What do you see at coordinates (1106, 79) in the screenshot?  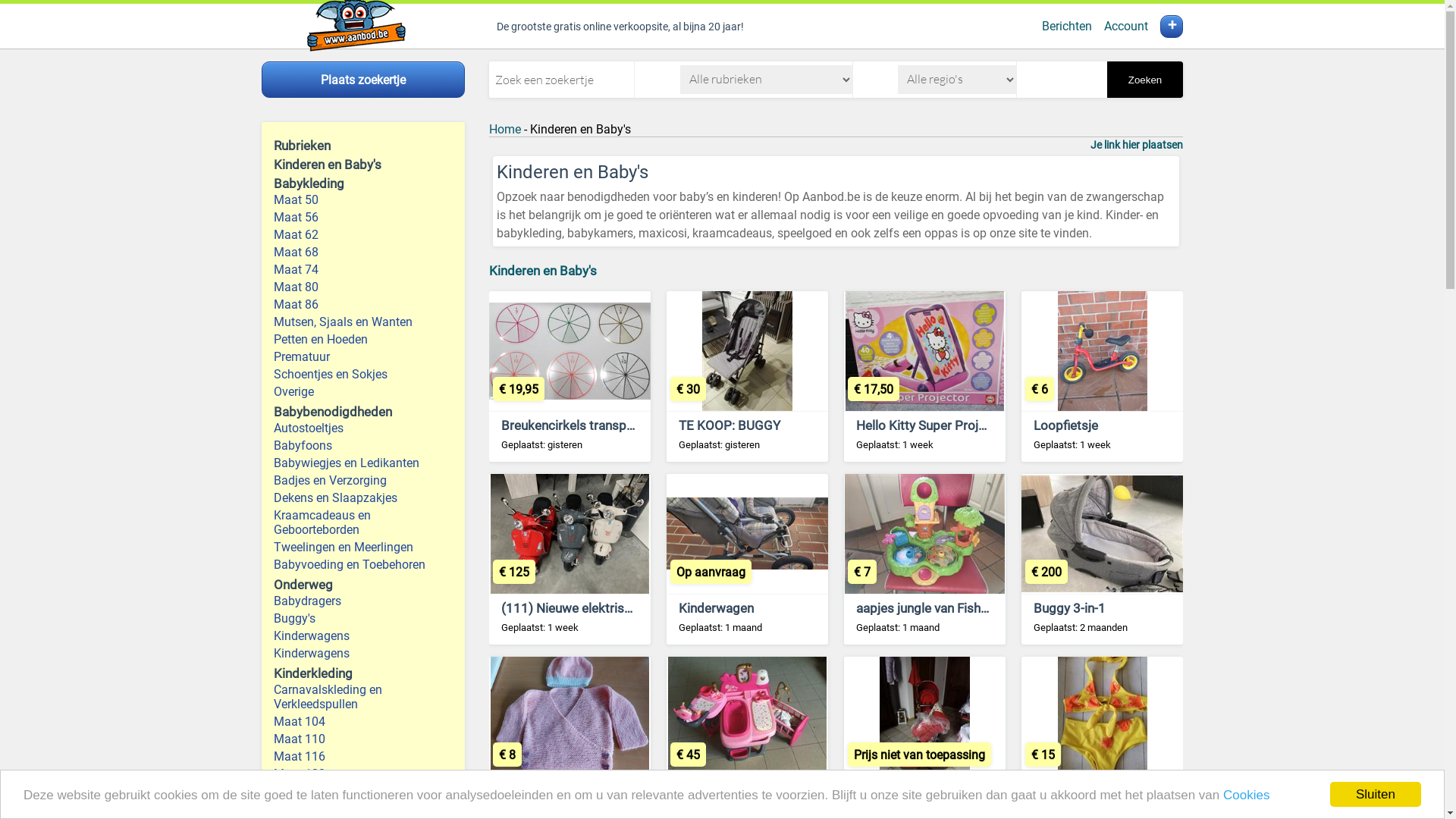 I see `'Zoeken'` at bounding box center [1106, 79].